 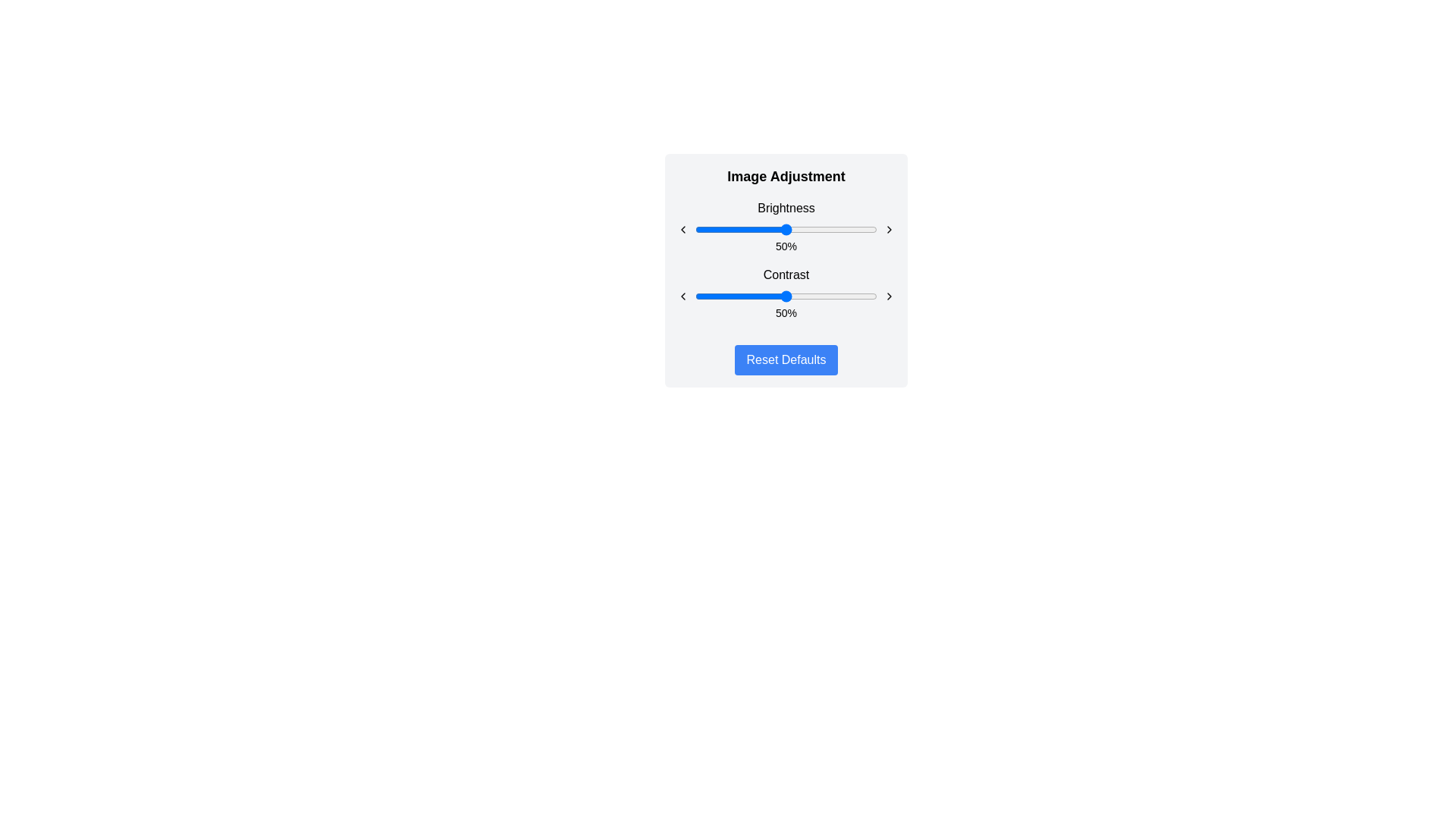 What do you see at coordinates (874, 296) in the screenshot?
I see `contrast` at bounding box center [874, 296].